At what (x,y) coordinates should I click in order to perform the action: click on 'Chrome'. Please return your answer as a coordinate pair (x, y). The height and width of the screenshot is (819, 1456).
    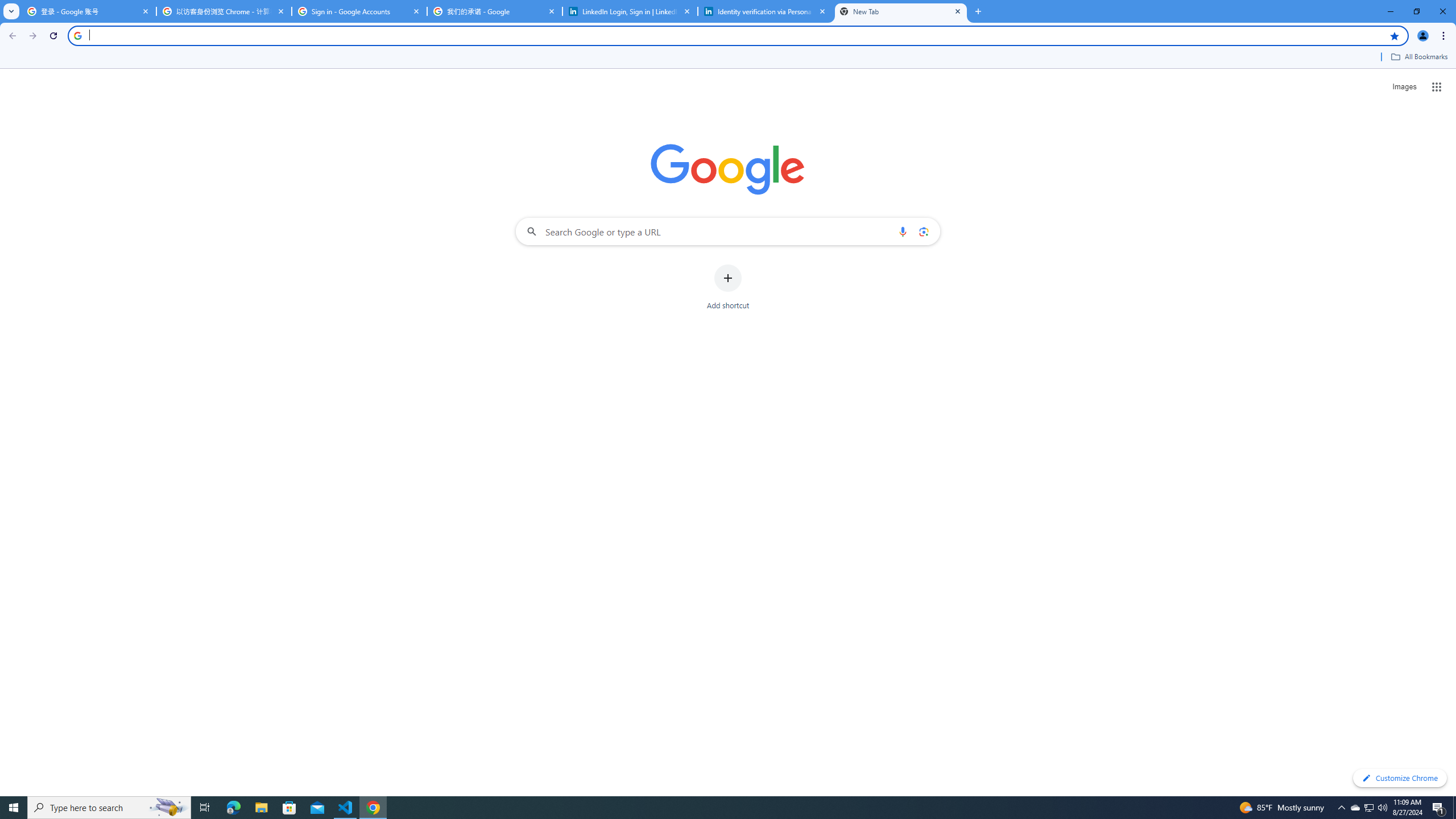
    Looking at the image, I should click on (1444, 35).